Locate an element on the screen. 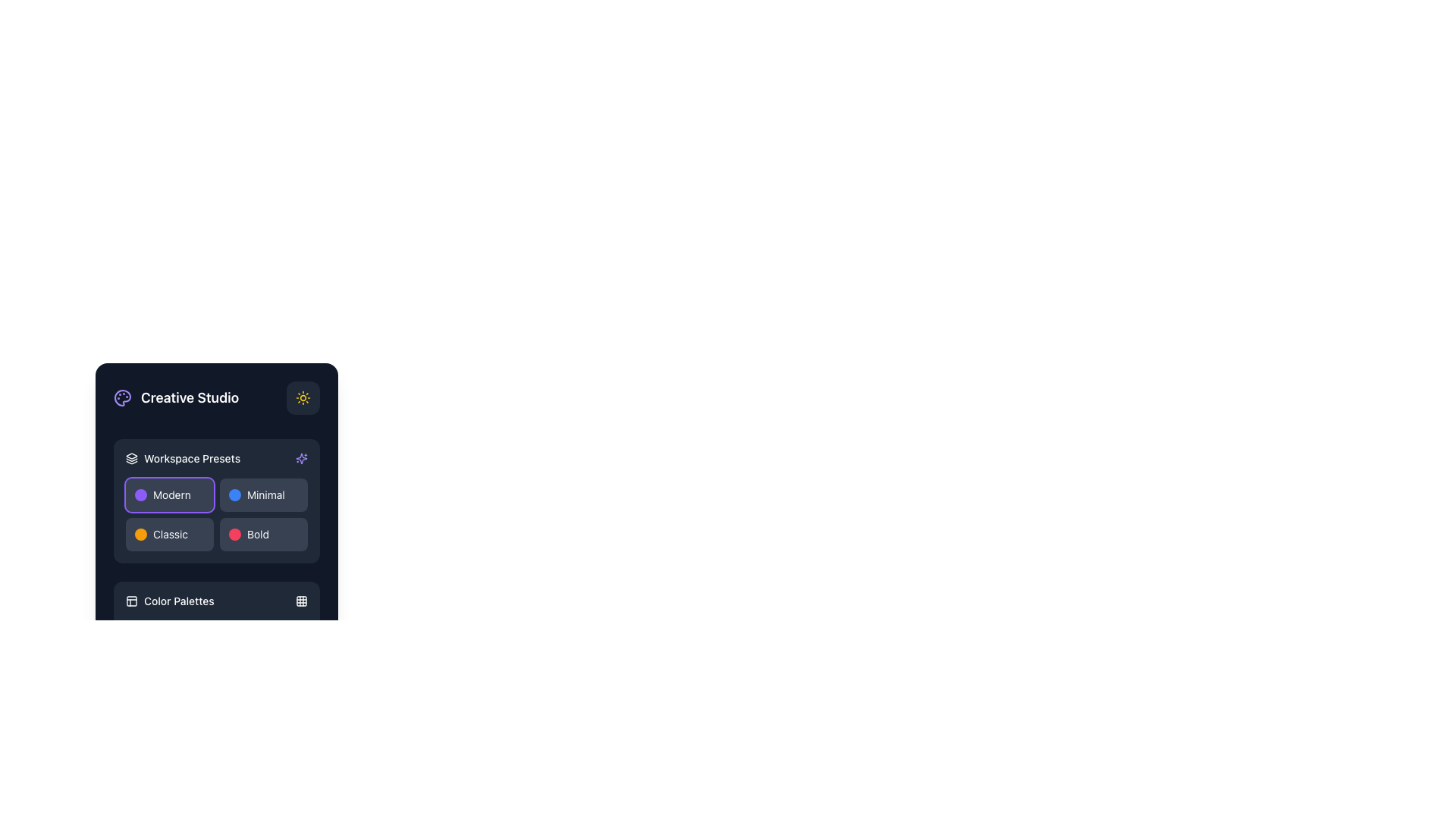 Image resolution: width=1456 pixels, height=819 pixels. the rectangular button labeled 'Bold' with a circular red icon is located at coordinates (263, 534).